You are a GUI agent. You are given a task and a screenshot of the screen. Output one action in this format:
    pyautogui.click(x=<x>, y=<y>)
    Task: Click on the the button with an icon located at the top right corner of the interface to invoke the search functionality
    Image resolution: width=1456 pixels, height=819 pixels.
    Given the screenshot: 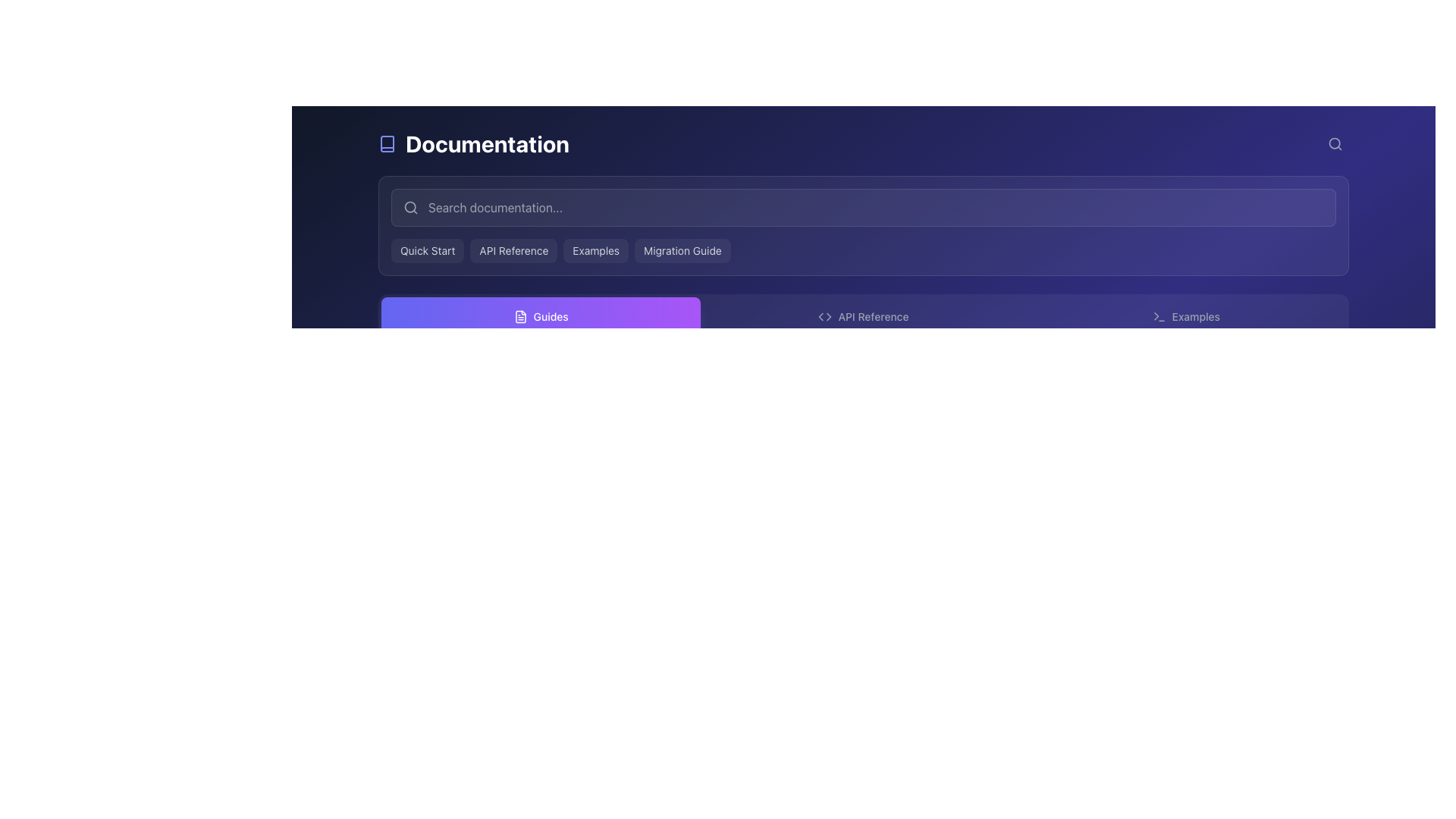 What is the action you would take?
    pyautogui.click(x=1335, y=143)
    